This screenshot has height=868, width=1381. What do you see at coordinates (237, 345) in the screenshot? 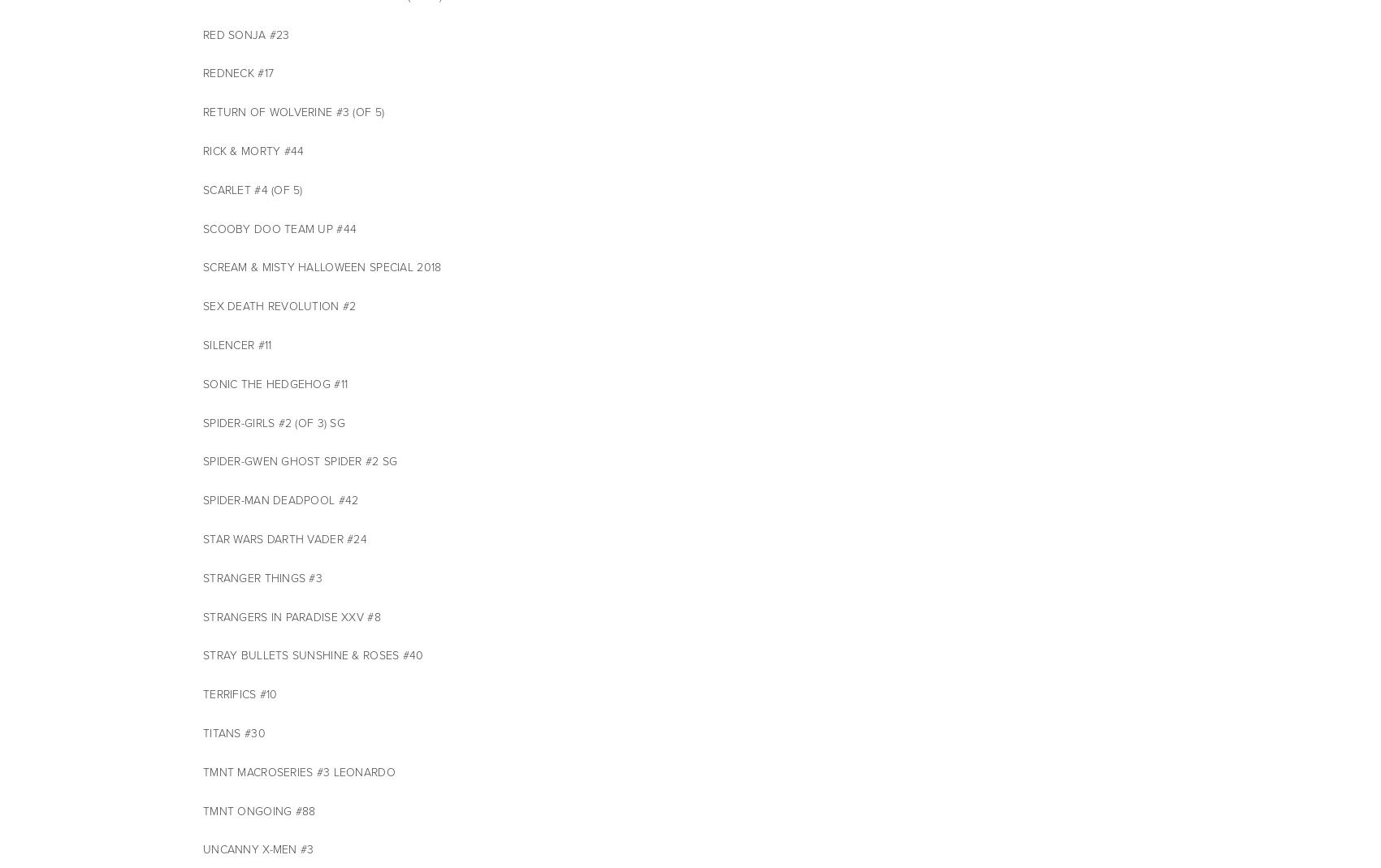
I see `'SILENCER #11'` at bounding box center [237, 345].